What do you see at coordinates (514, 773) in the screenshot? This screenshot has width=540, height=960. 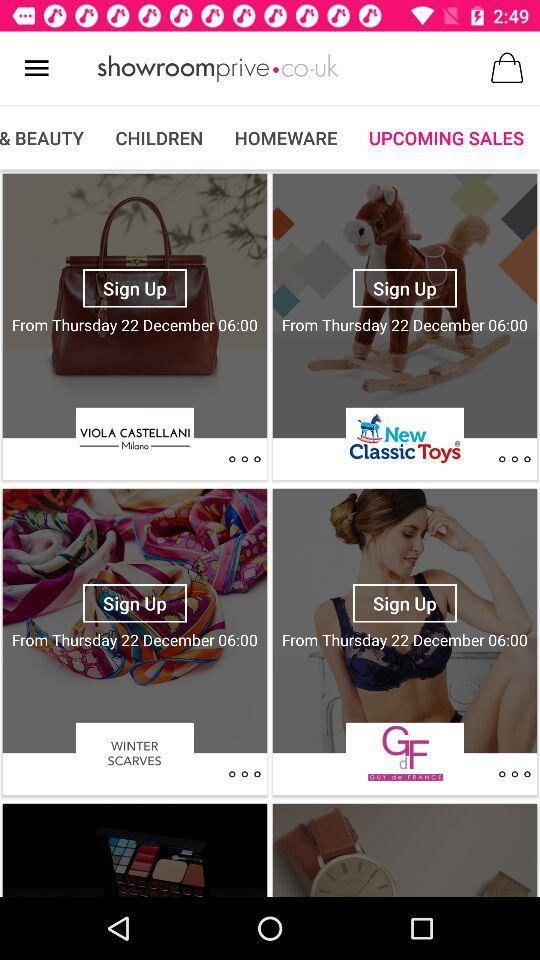 I see `go back` at bounding box center [514, 773].